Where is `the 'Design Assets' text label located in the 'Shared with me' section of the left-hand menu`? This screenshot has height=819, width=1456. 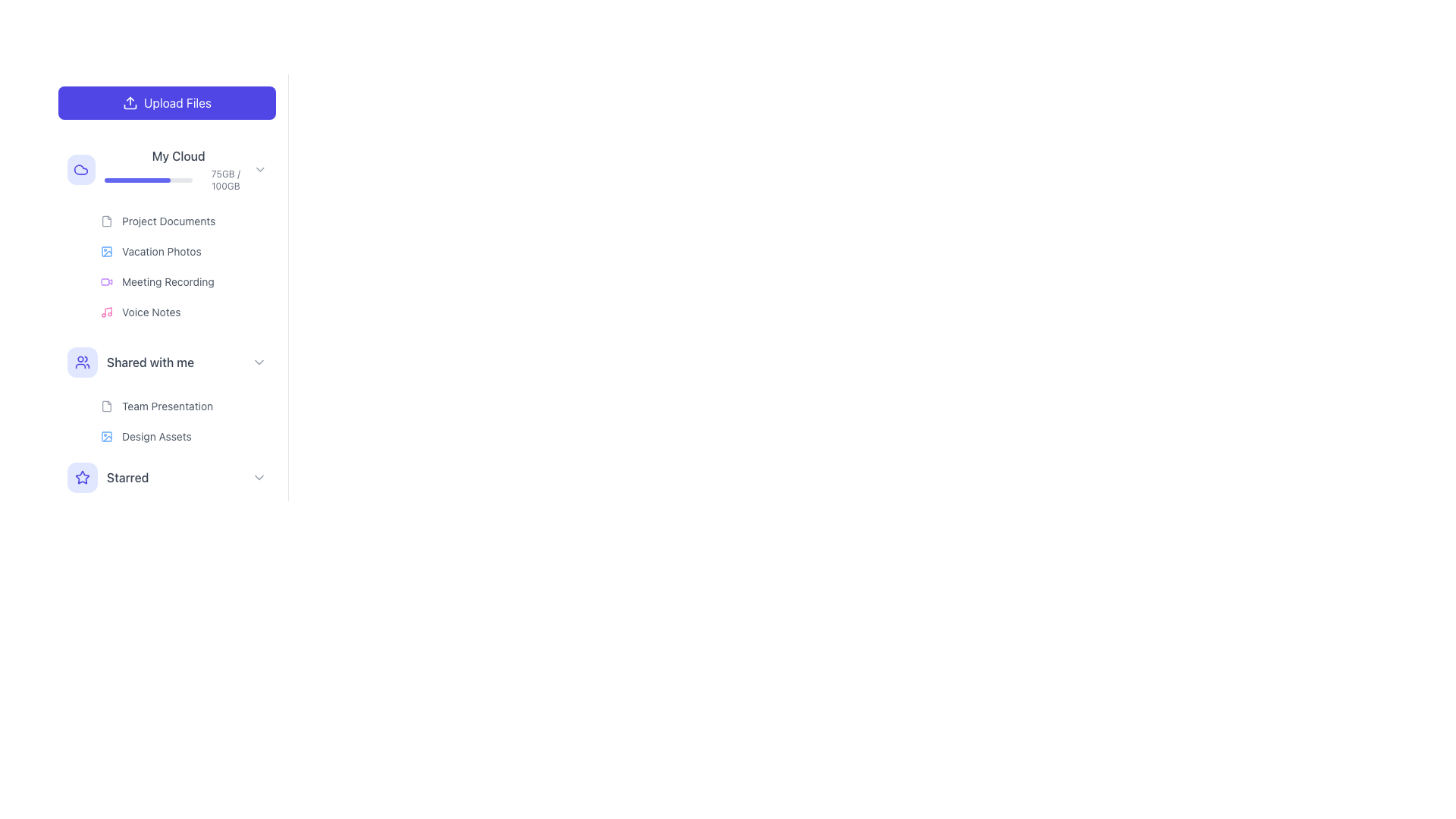
the 'Design Assets' text label located in the 'Shared with me' section of the left-hand menu is located at coordinates (156, 436).